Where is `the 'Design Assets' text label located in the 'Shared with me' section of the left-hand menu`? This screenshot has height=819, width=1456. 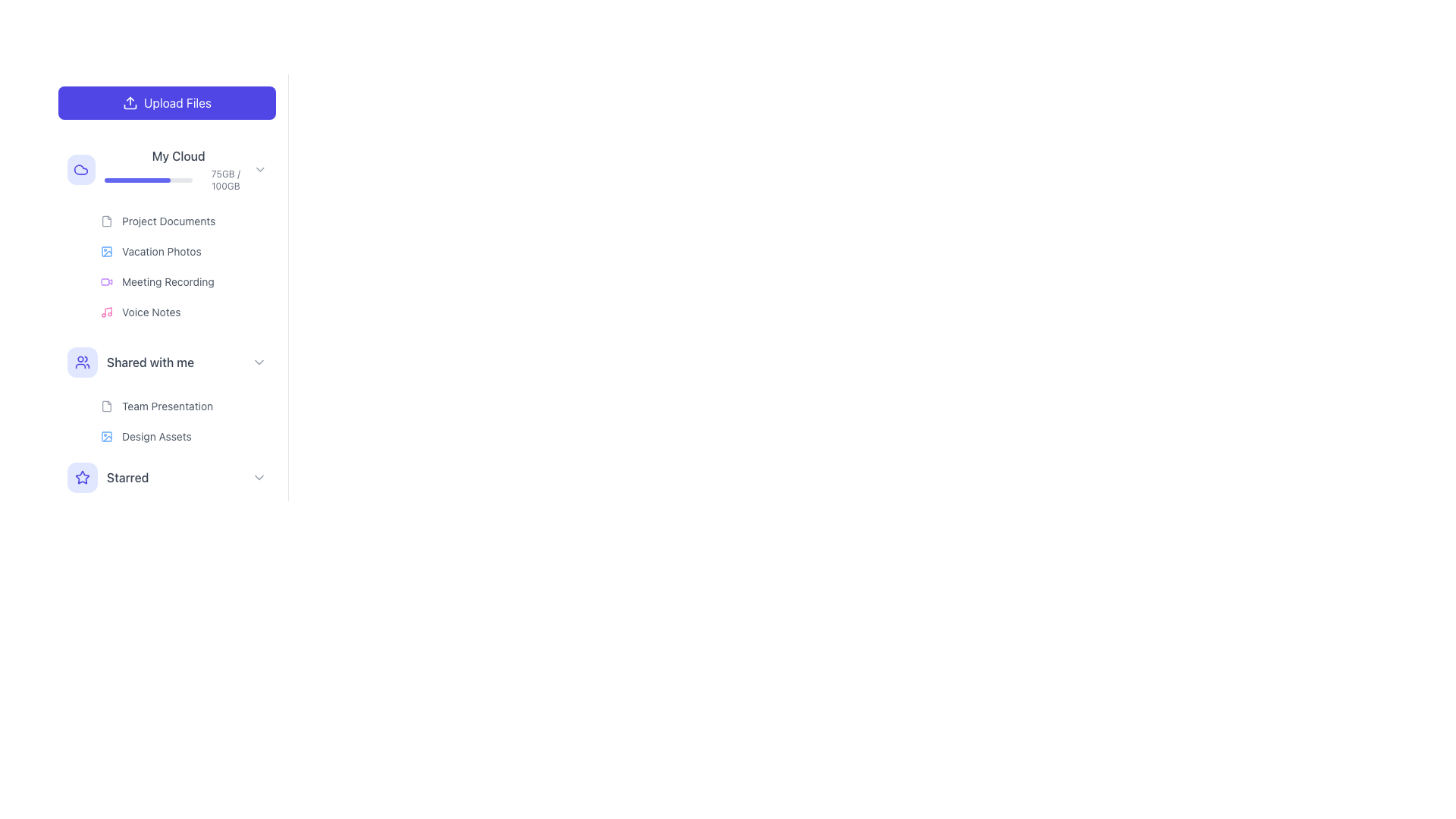
the 'Design Assets' text label located in the 'Shared with me' section of the left-hand menu is located at coordinates (156, 436).